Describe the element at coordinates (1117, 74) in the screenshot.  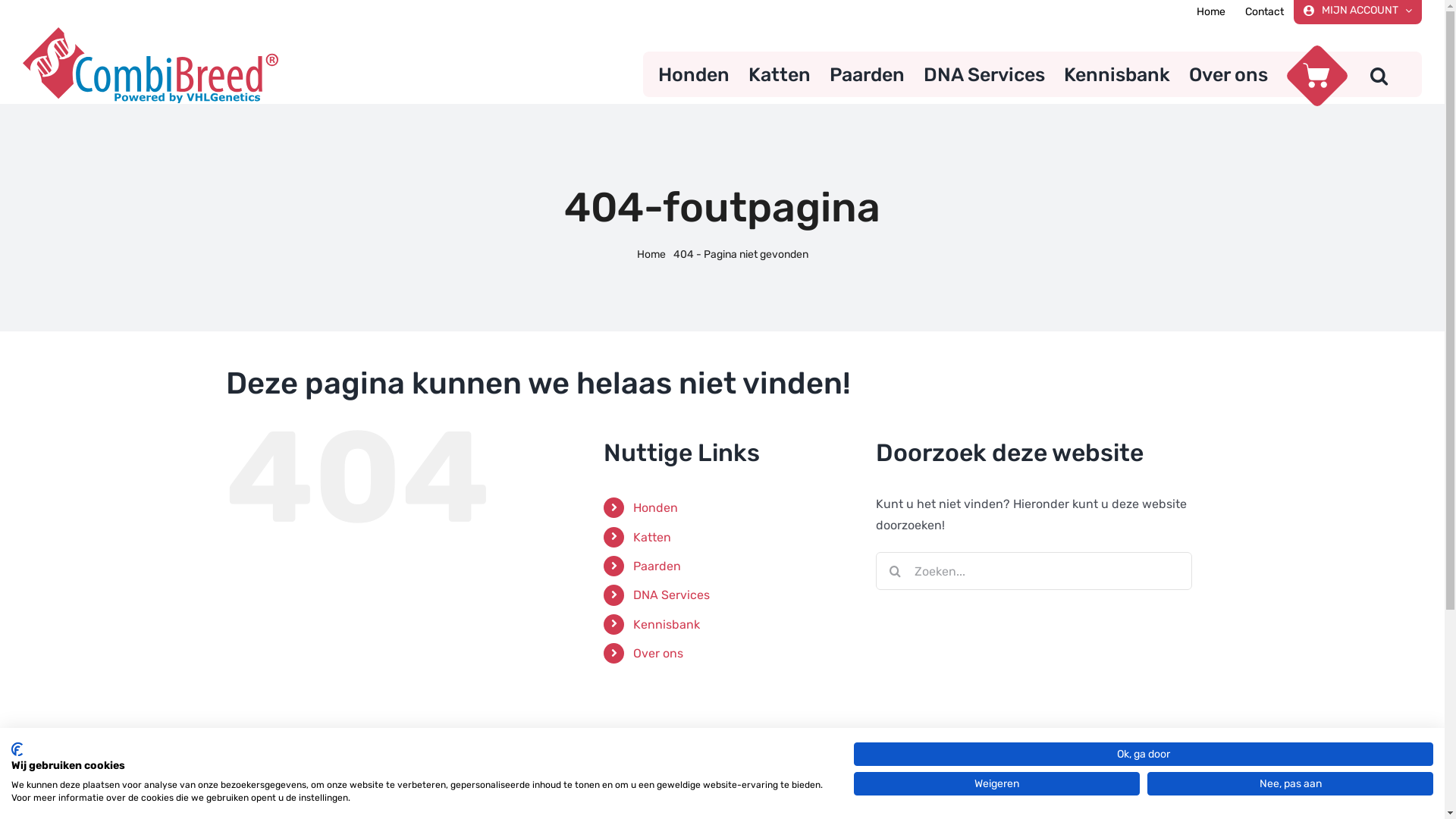
I see `'Kennisbank'` at that location.